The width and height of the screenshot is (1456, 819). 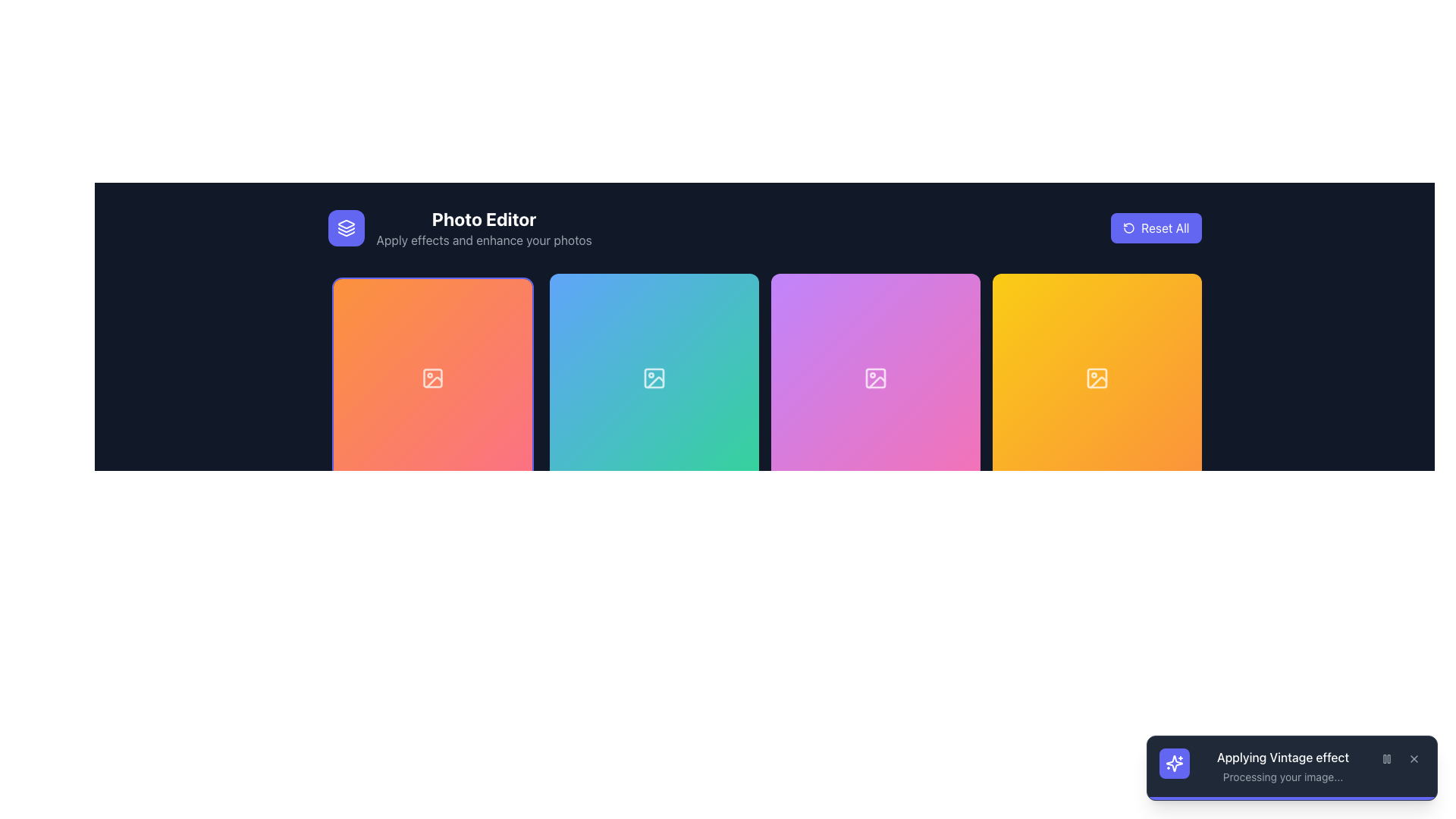 I want to click on the circular arrow icon in the top-right corner of the navigation bar, which represents a reset or refresh action, so click(x=1129, y=227).